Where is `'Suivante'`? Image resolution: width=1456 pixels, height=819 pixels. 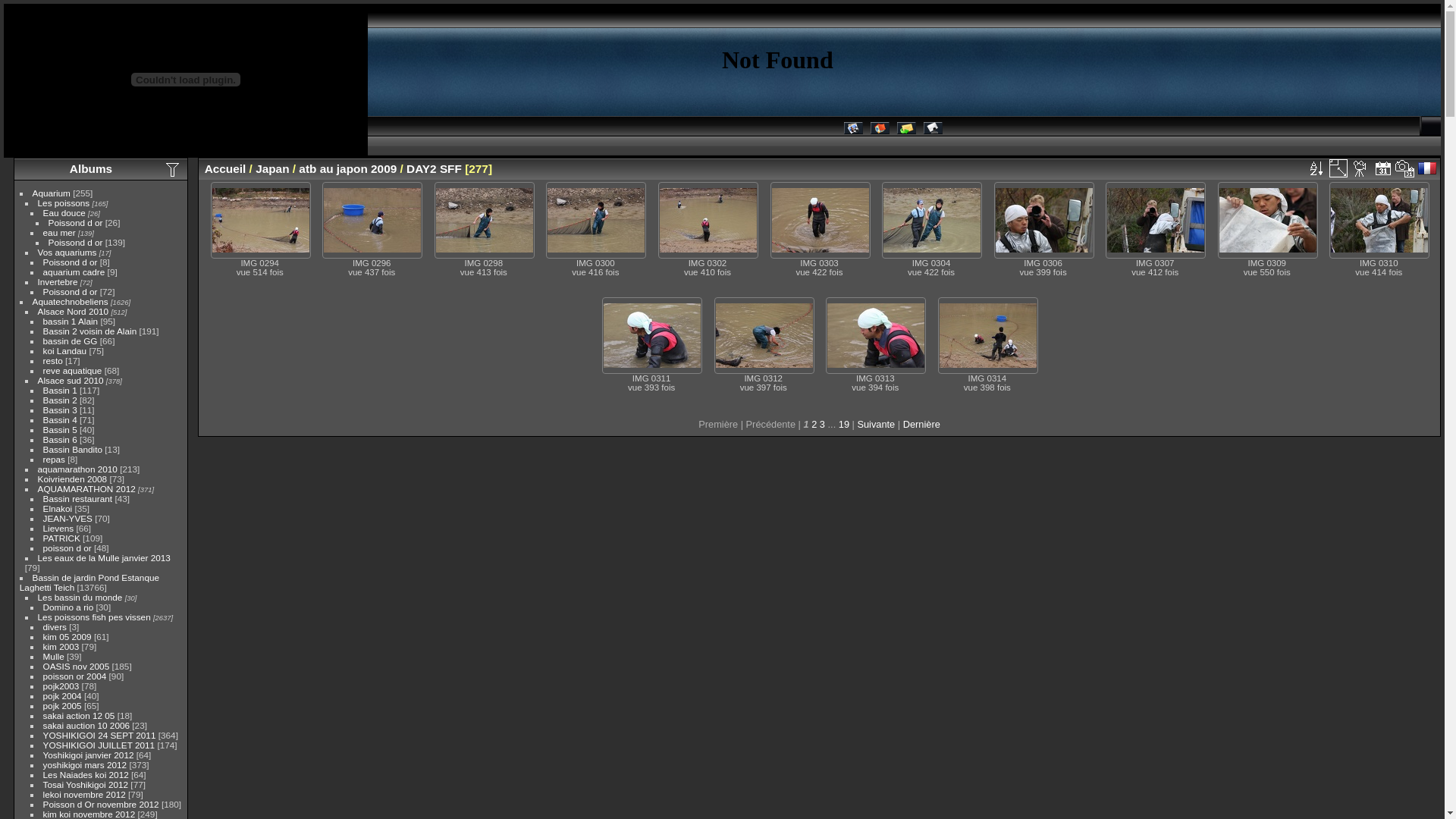 'Suivante' is located at coordinates (876, 424).